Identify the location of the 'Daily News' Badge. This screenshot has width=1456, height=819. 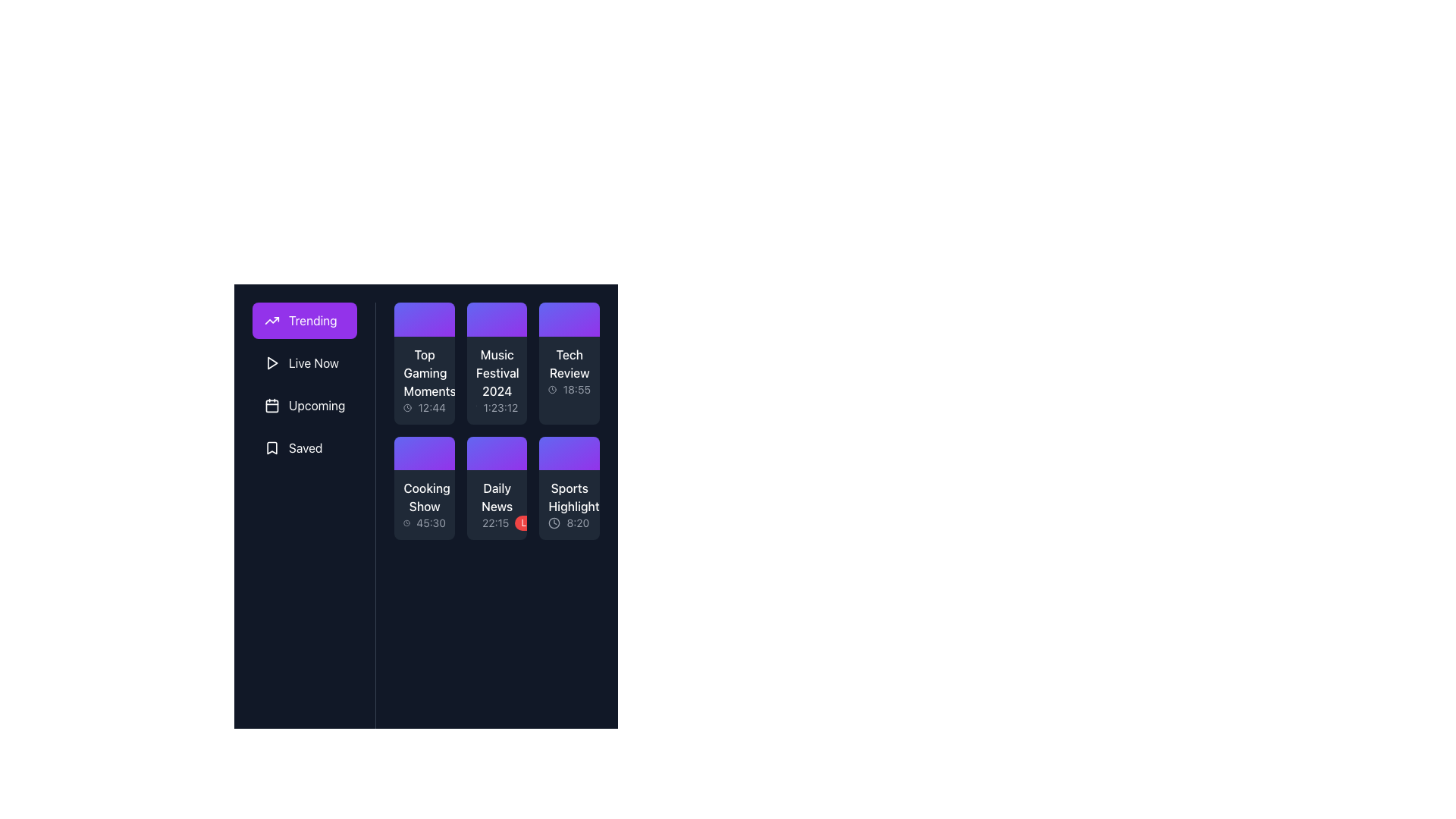
(531, 522).